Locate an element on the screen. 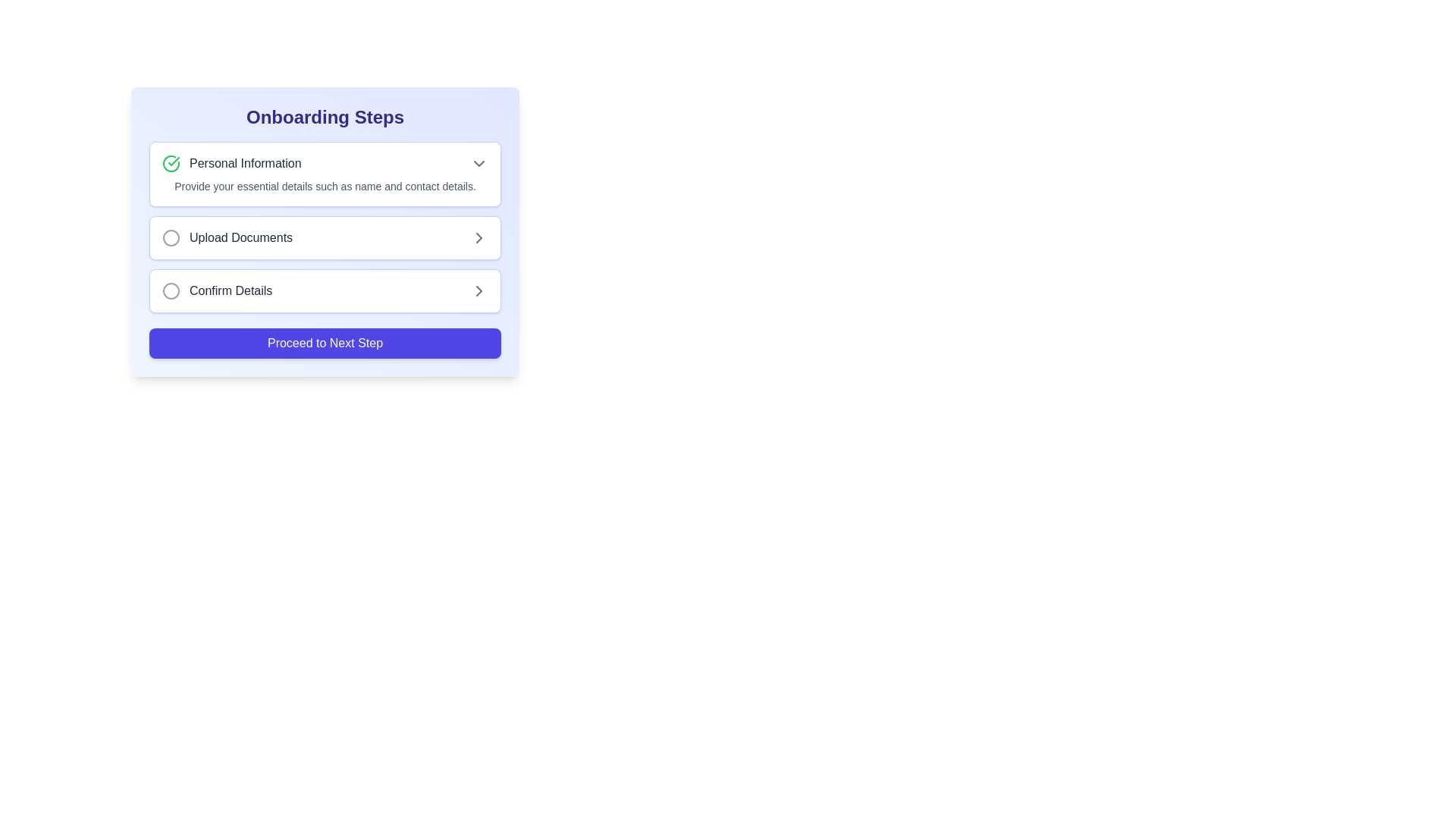  the SVG Icon - Right Arrow which visually indicates that the 'Confirm Details' option can be selected or expanded is located at coordinates (479, 237).